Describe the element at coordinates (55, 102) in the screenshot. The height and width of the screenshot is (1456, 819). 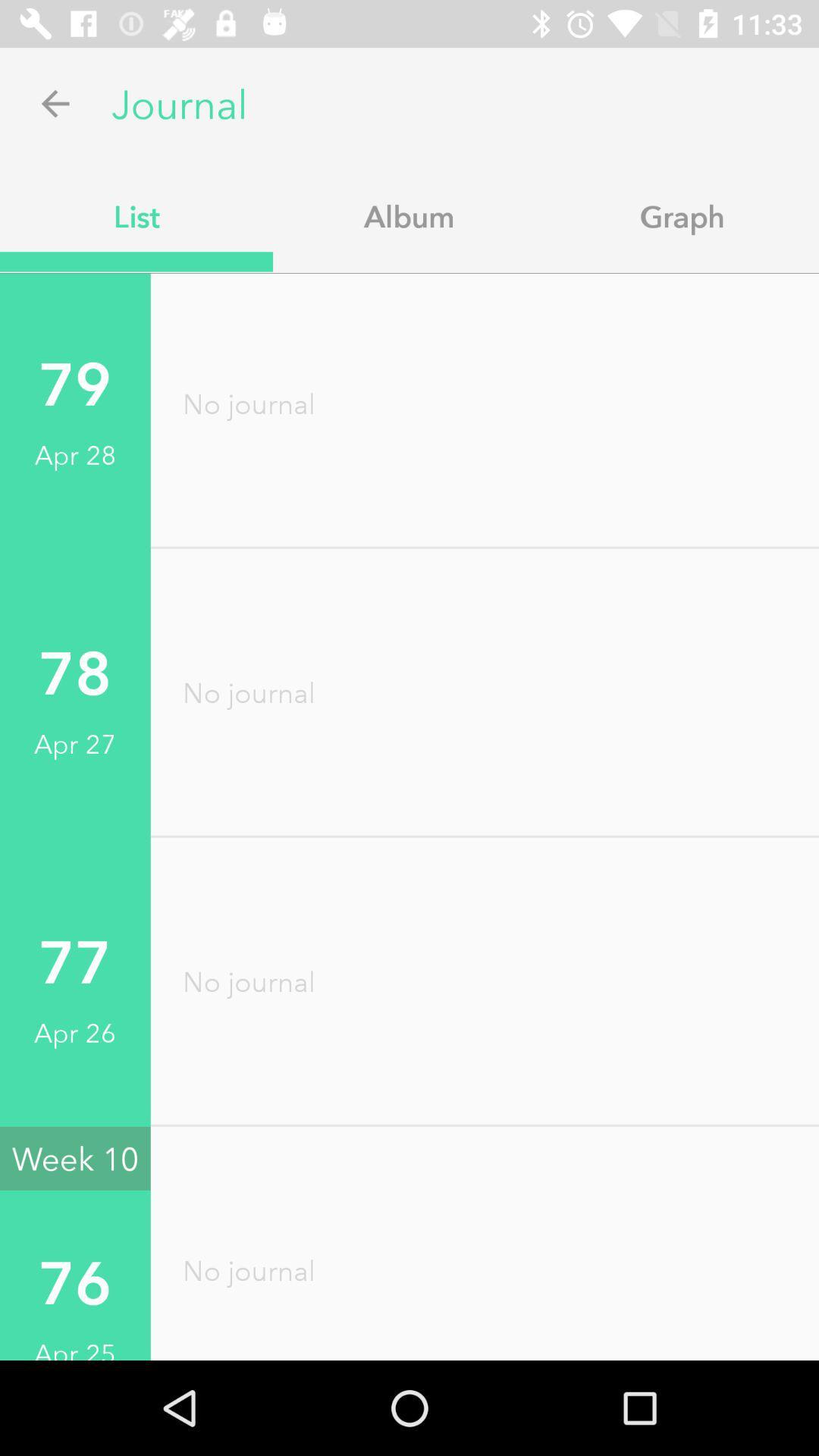
I see `icon next to the journal item` at that location.